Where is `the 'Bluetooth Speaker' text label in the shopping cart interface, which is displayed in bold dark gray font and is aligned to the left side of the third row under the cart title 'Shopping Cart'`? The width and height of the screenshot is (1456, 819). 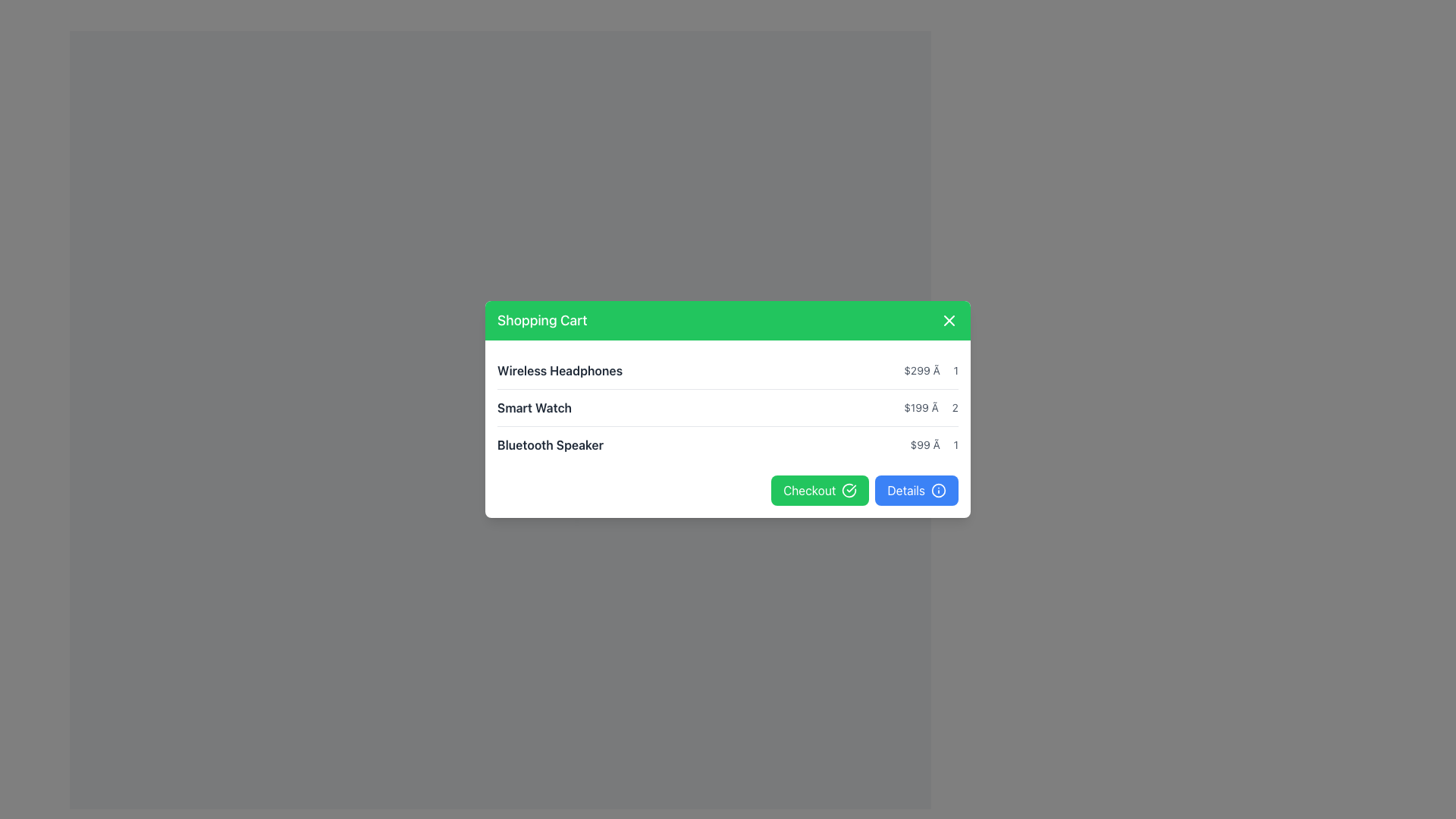 the 'Bluetooth Speaker' text label in the shopping cart interface, which is displayed in bold dark gray font and is aligned to the left side of the third row under the cart title 'Shopping Cart' is located at coordinates (549, 444).